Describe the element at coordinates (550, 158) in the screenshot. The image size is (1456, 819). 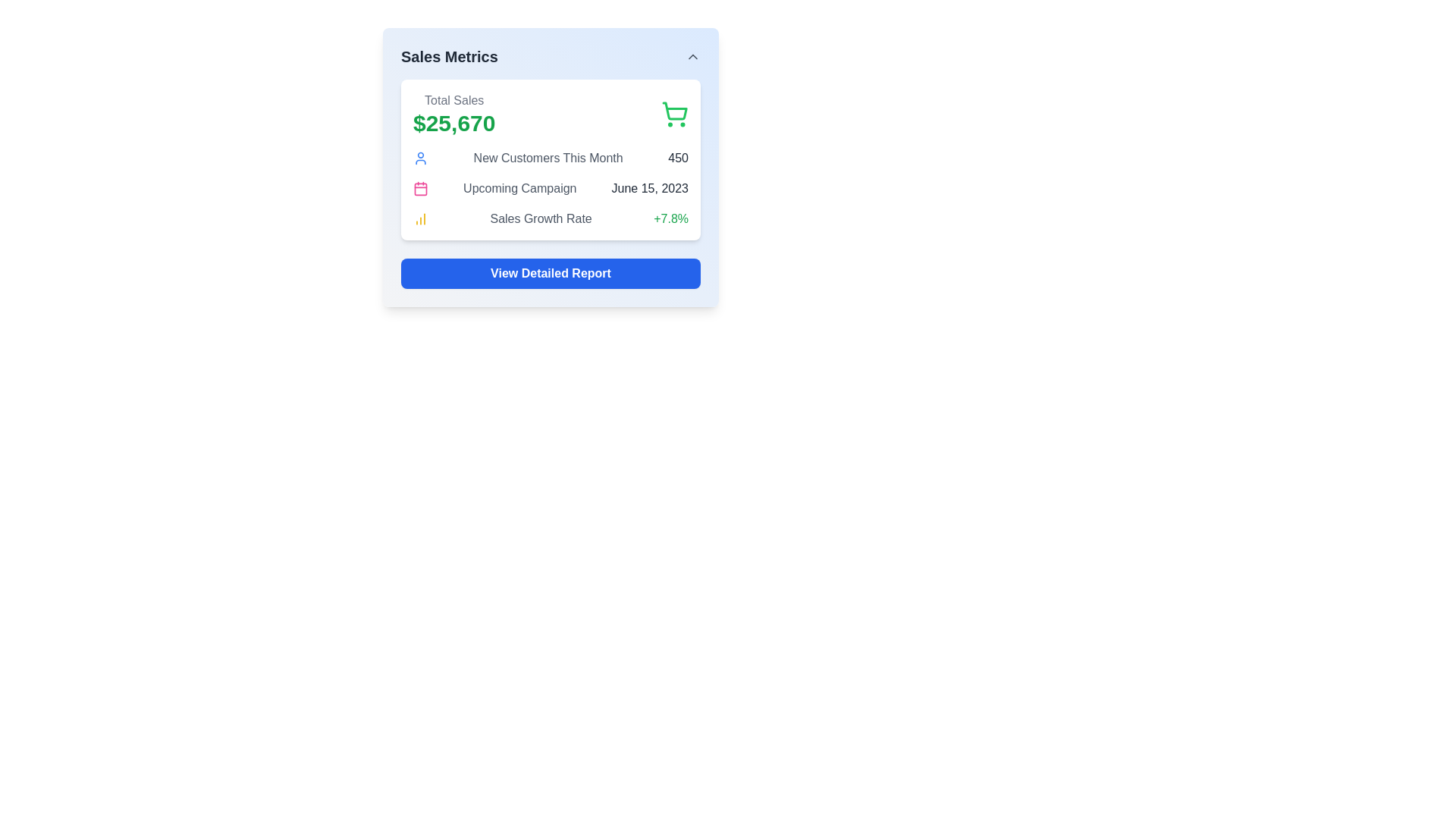
I see `information displayed in the 'New Customers This Month' row of the Sales Metrics section, which shows the number '450'` at that location.